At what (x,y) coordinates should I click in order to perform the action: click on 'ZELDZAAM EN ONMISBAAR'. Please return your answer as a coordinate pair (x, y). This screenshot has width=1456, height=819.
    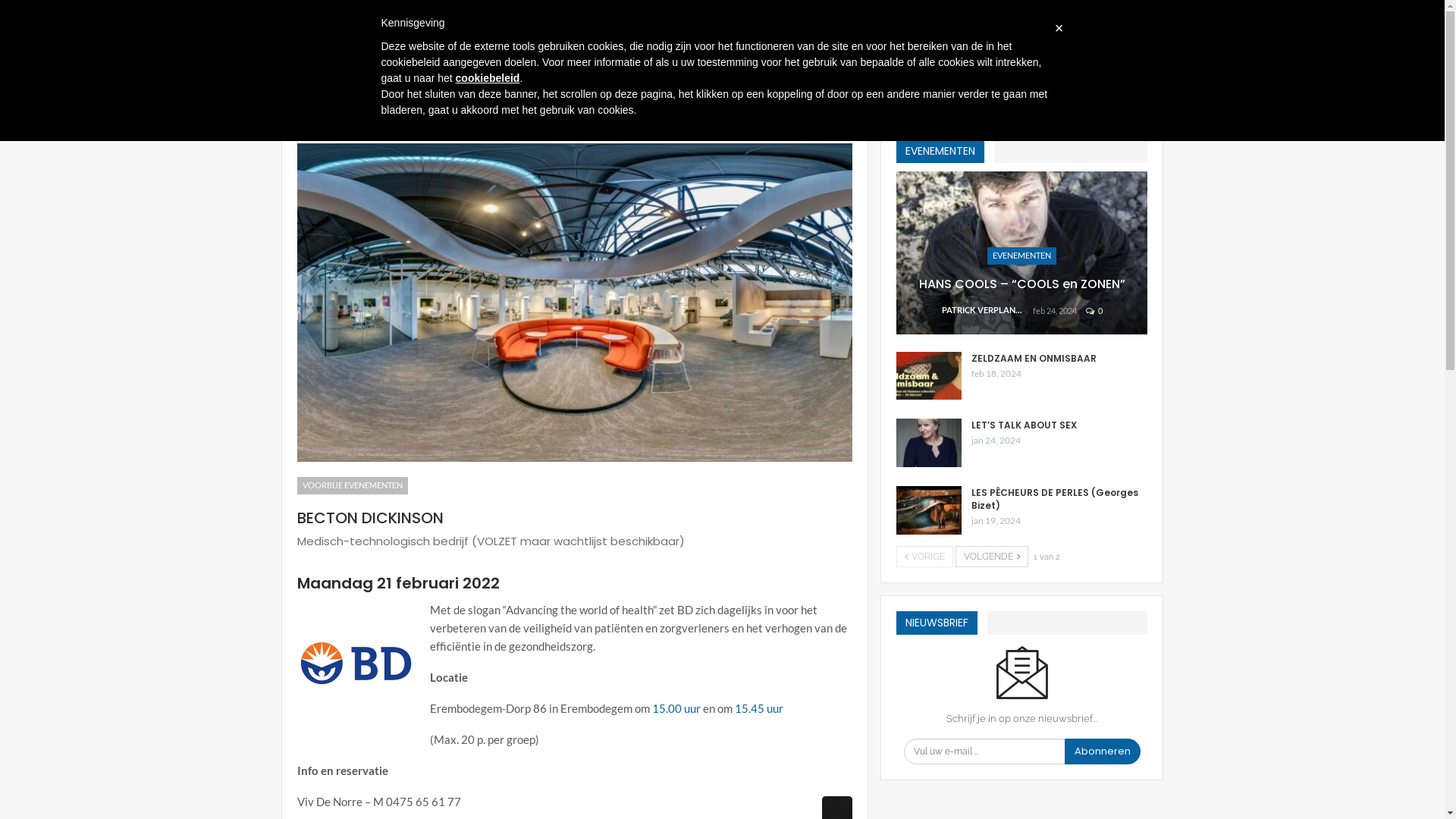
    Looking at the image, I should click on (927, 375).